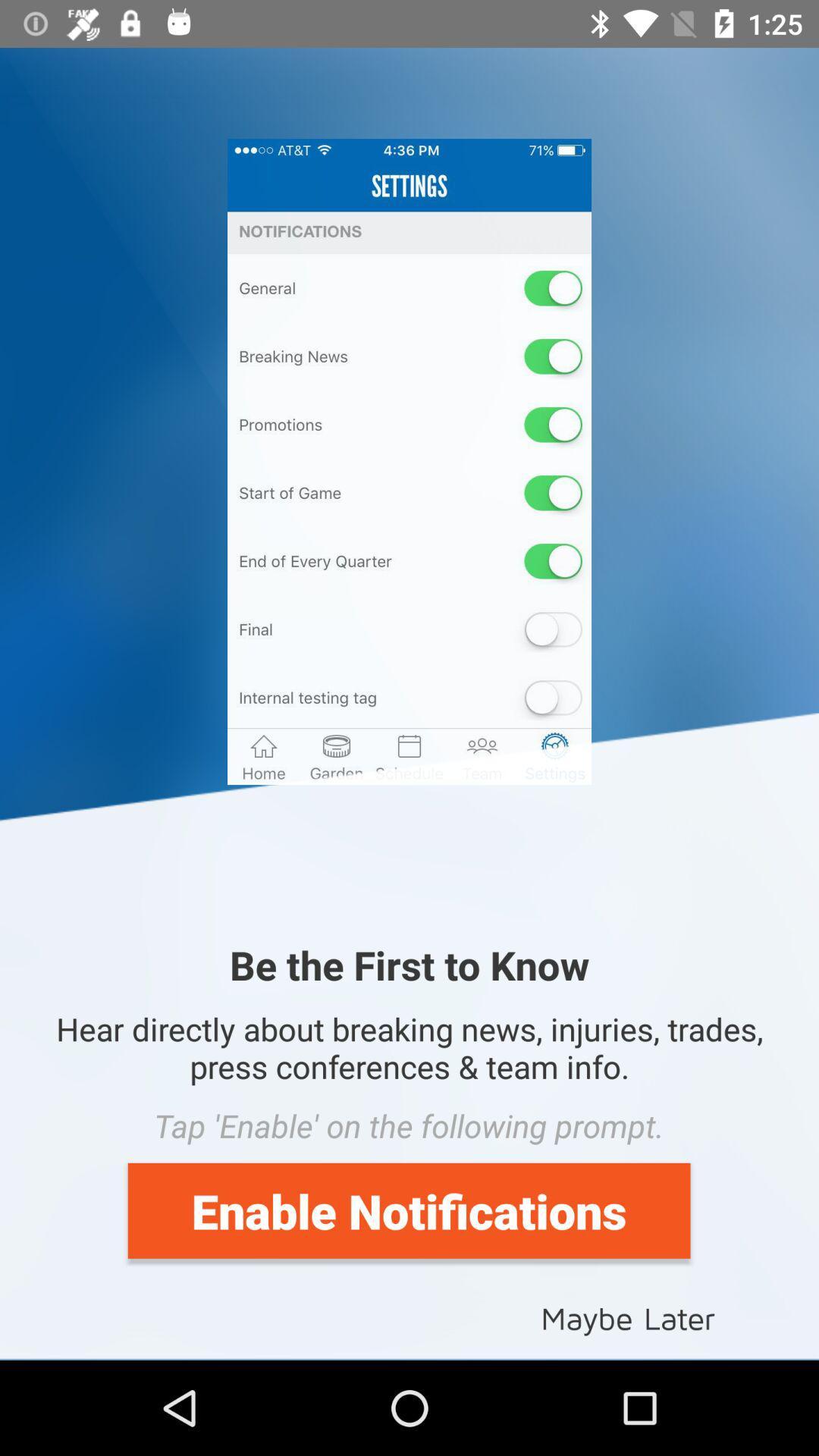  Describe the element at coordinates (408, 1210) in the screenshot. I see `the icon above the maybe later` at that location.